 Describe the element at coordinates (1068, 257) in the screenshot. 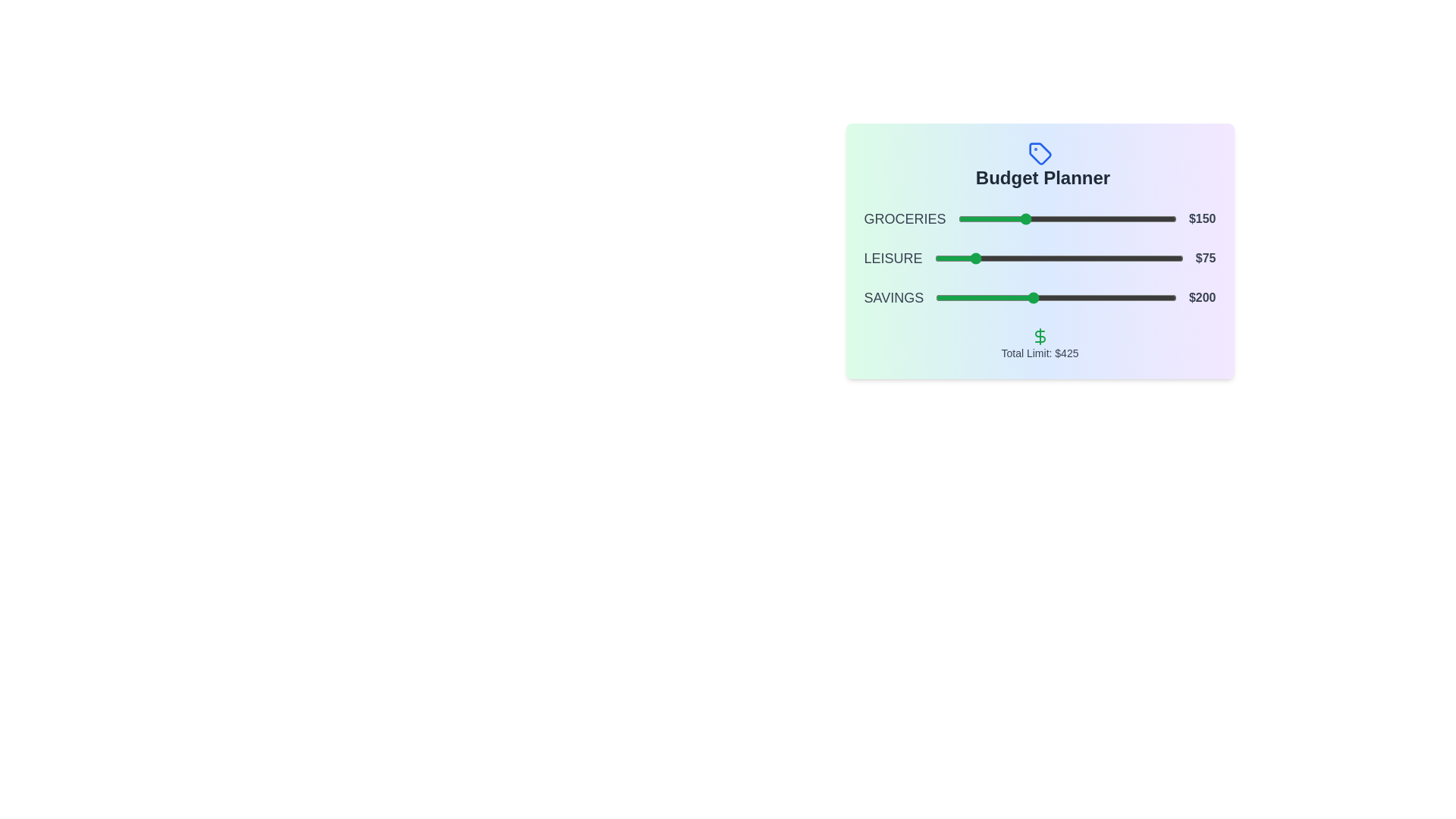

I see `the slider for 1 to 254` at that location.